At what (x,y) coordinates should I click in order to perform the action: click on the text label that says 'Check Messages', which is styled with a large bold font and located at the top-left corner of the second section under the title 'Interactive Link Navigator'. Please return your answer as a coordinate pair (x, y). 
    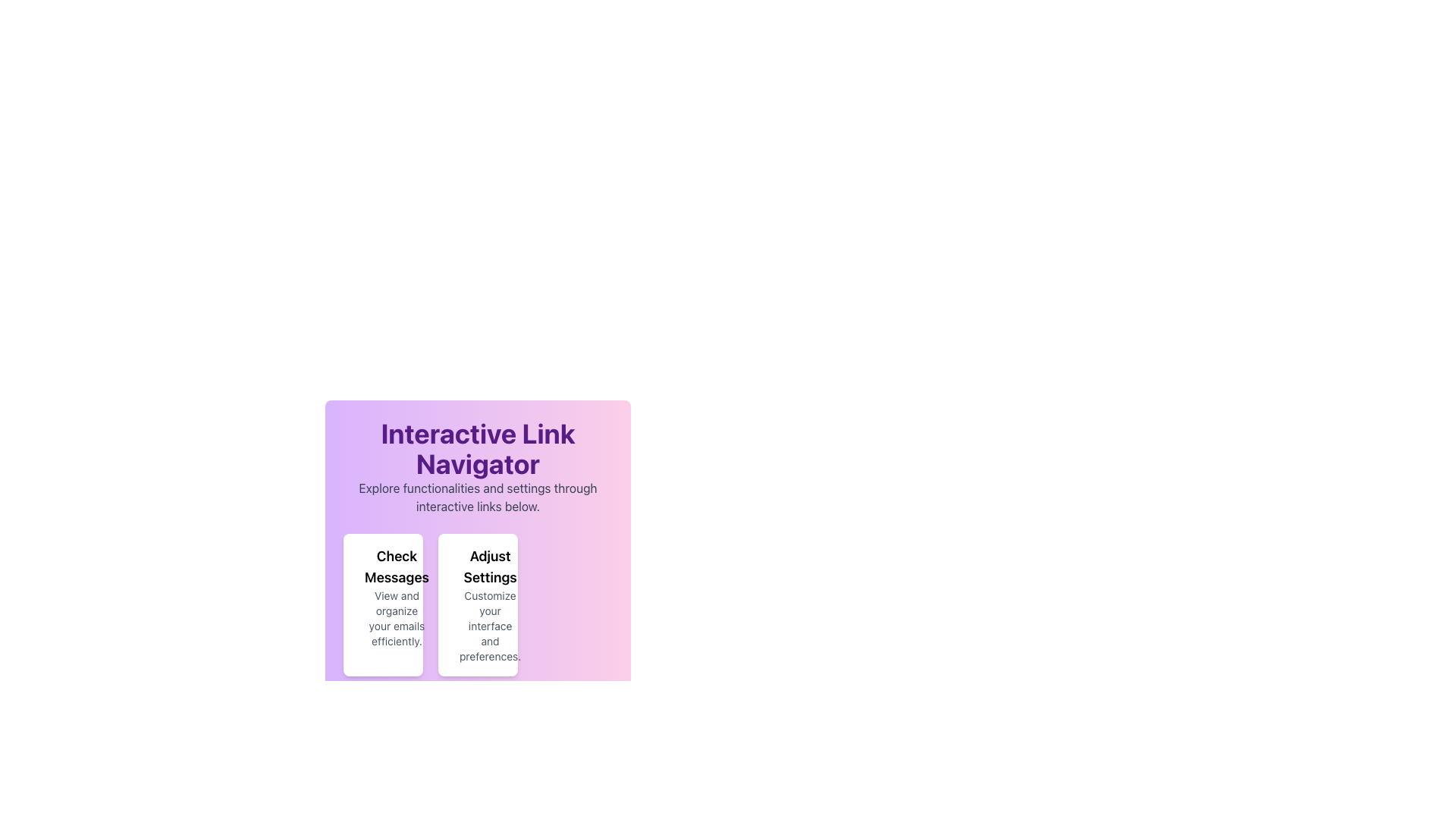
    Looking at the image, I should click on (397, 567).